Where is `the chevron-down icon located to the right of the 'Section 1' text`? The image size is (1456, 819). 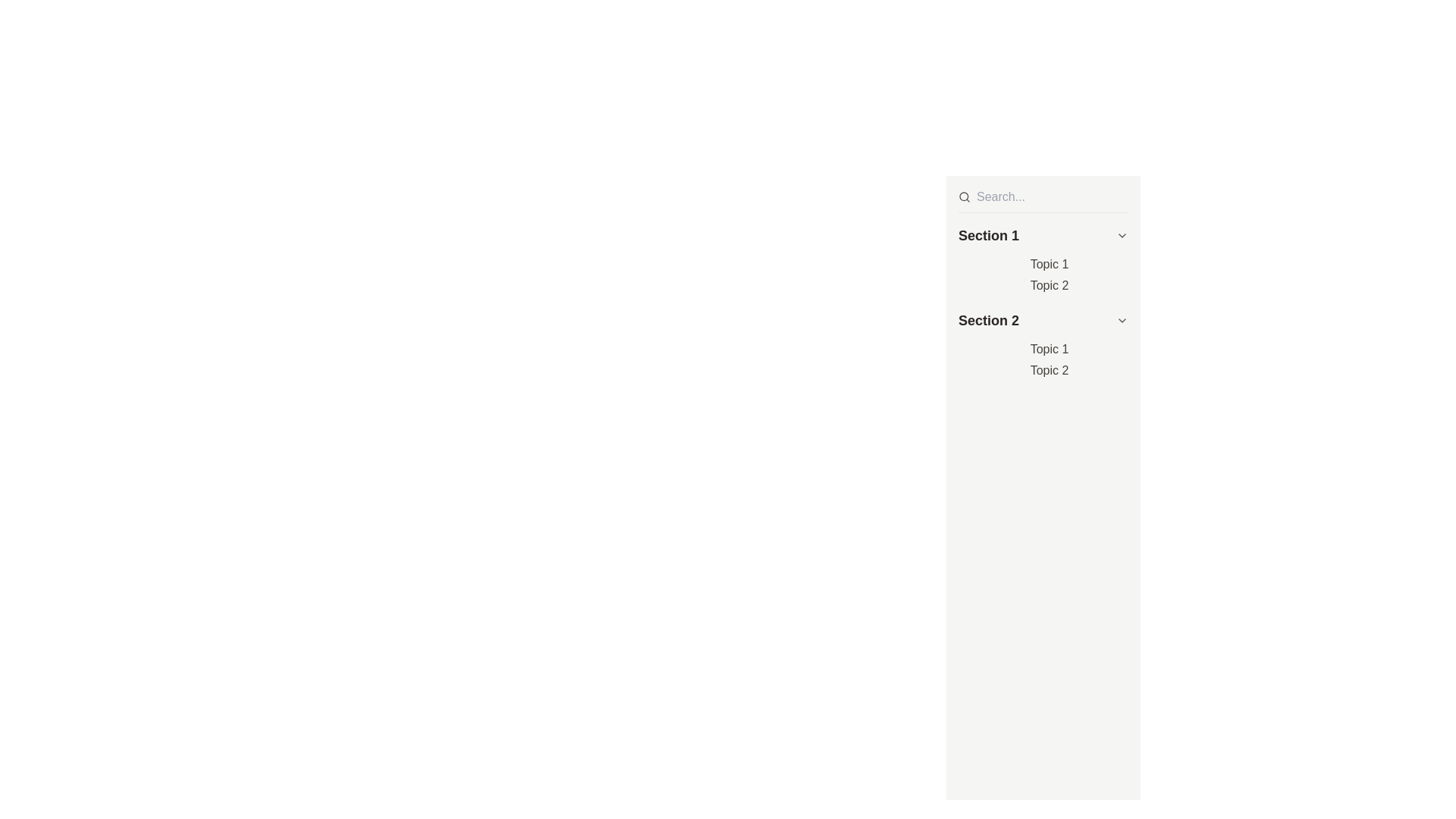
the chevron-down icon located to the right of the 'Section 1' text is located at coordinates (1122, 236).